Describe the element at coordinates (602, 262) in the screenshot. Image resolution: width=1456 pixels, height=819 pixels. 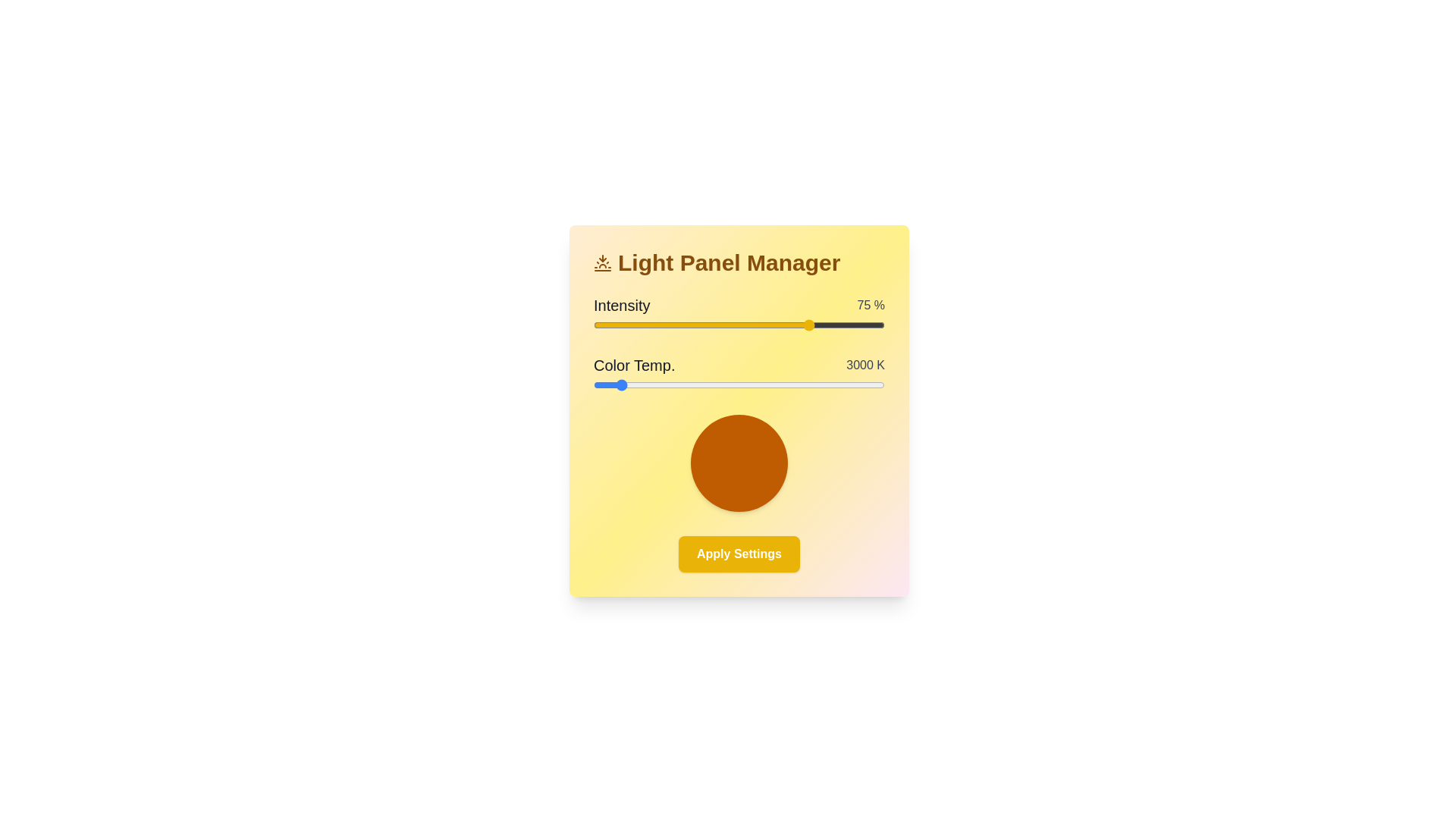
I see `the icon next to the title` at that location.